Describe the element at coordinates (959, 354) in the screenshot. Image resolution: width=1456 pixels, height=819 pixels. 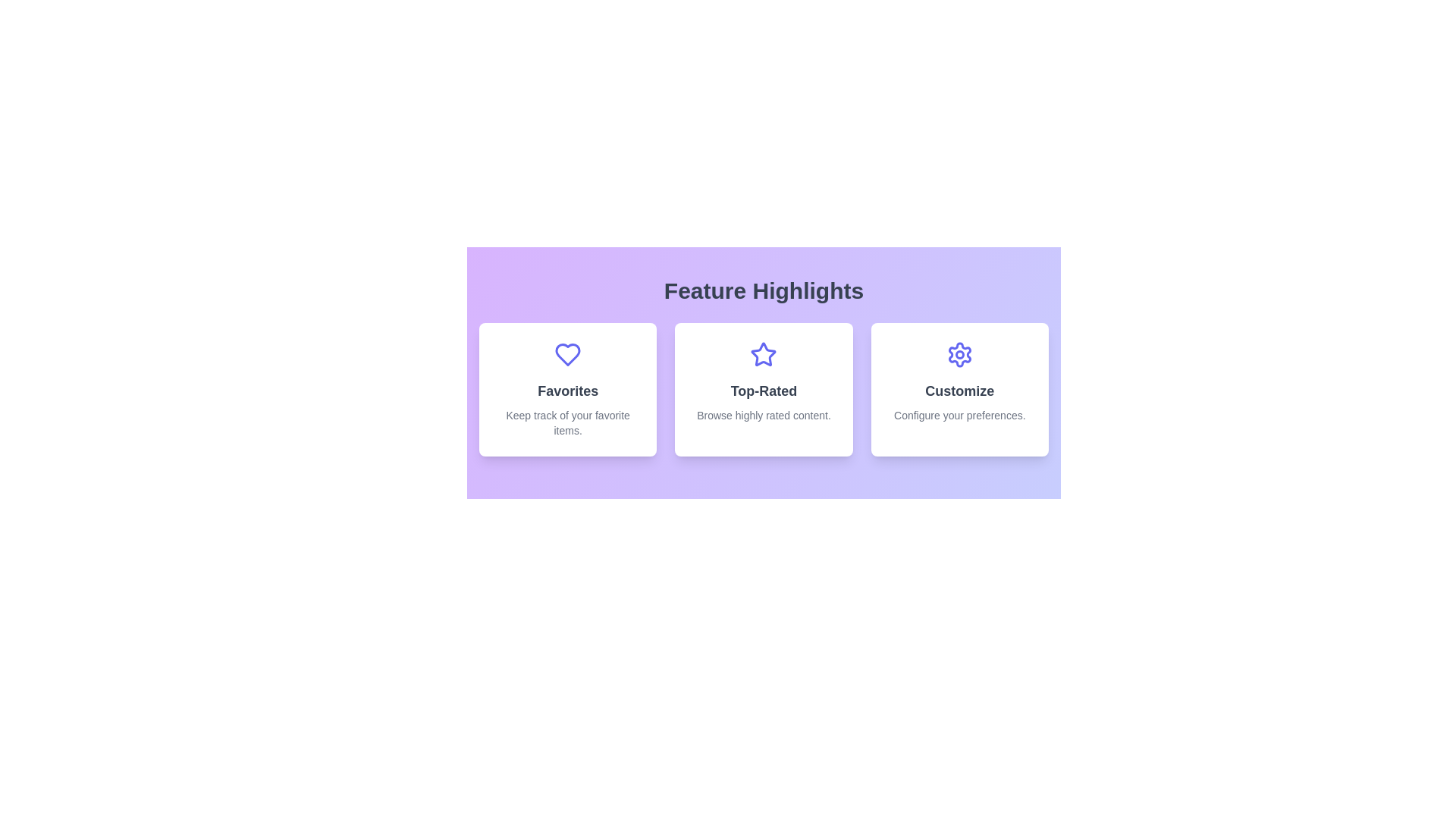
I see `the cogwheel icon representing settings for the 'Customize' card, located at the rightmost position of the three feature cards` at that location.